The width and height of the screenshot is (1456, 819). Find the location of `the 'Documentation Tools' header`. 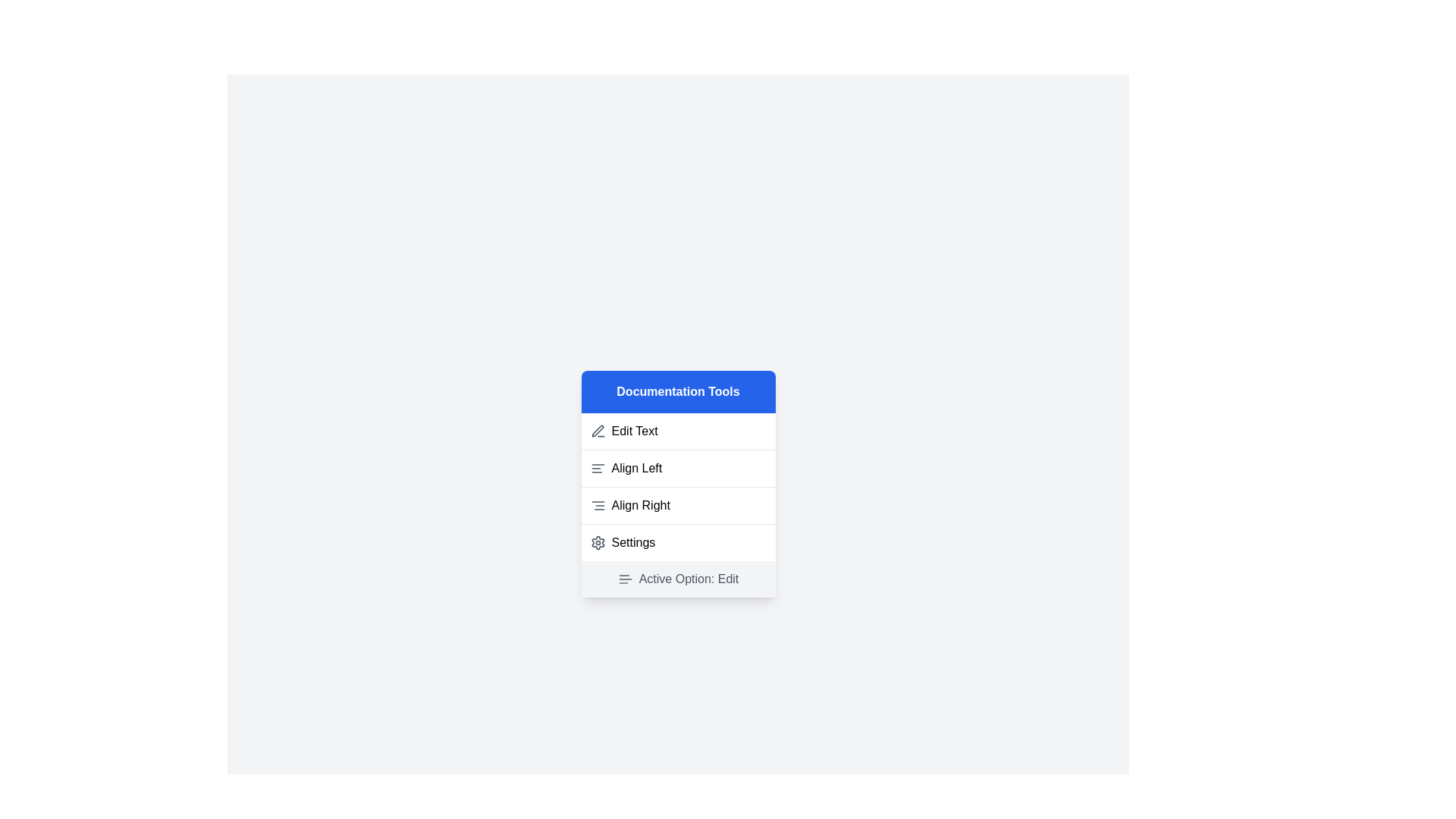

the 'Documentation Tools' header is located at coordinates (677, 391).